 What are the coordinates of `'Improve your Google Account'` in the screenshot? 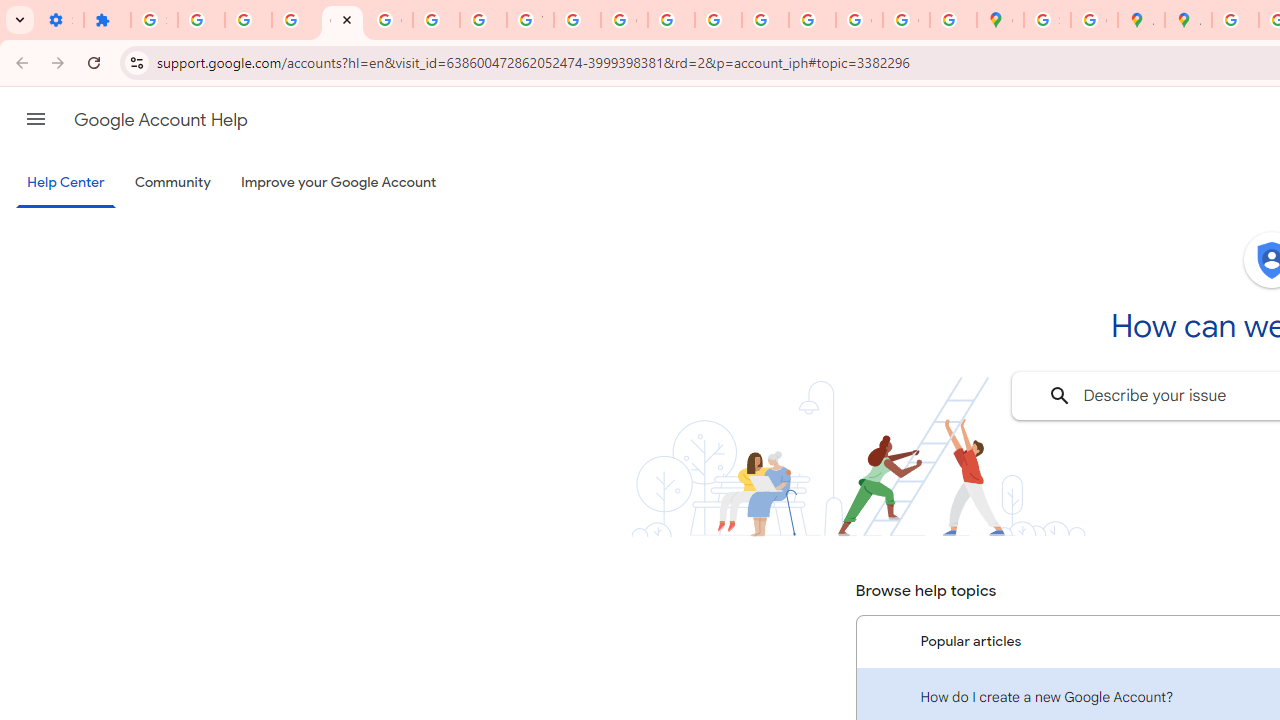 It's located at (339, 183).